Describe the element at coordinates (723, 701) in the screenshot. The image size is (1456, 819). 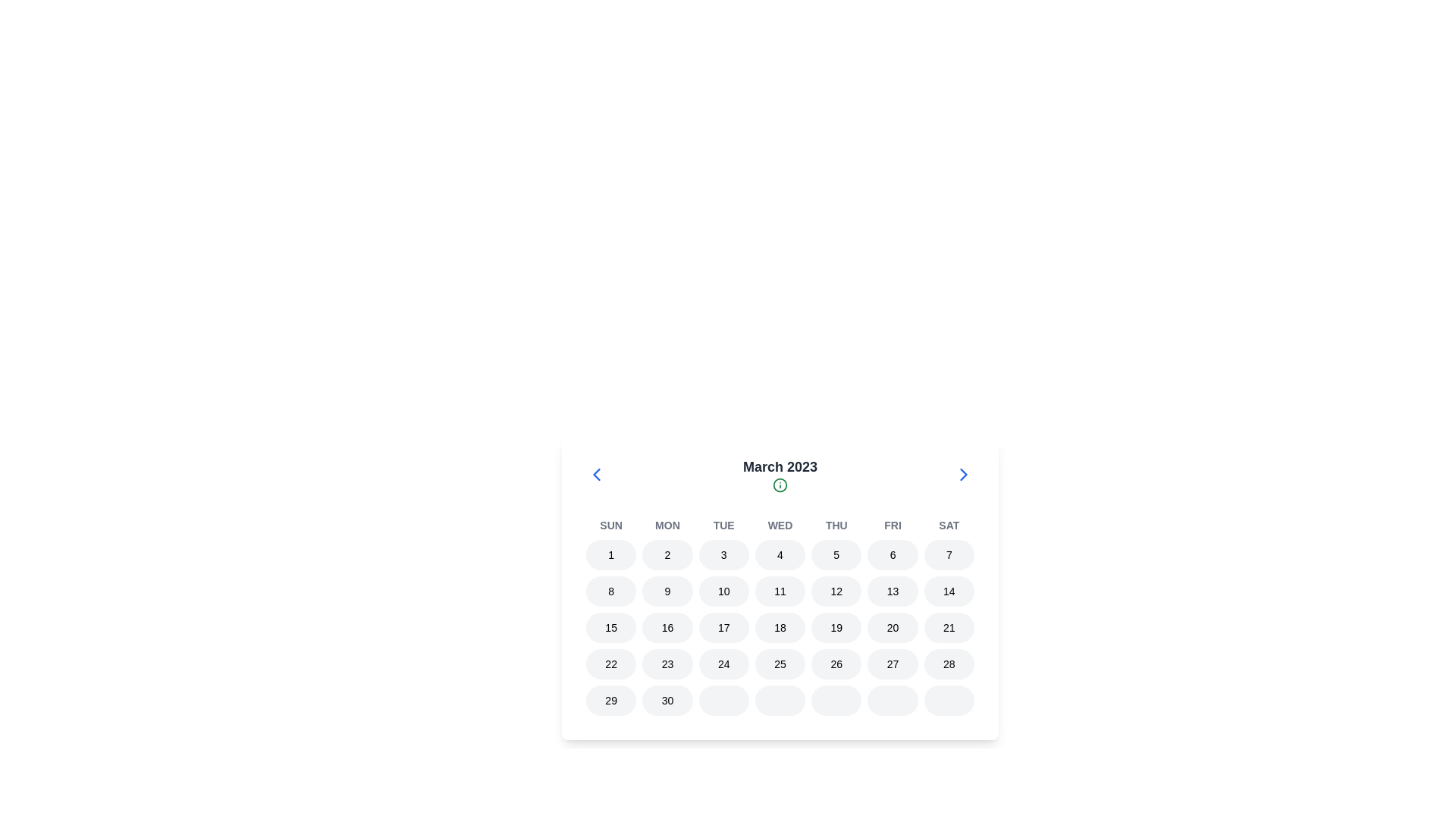
I see `the third circular button in the bottom row of the calendar interface` at that location.